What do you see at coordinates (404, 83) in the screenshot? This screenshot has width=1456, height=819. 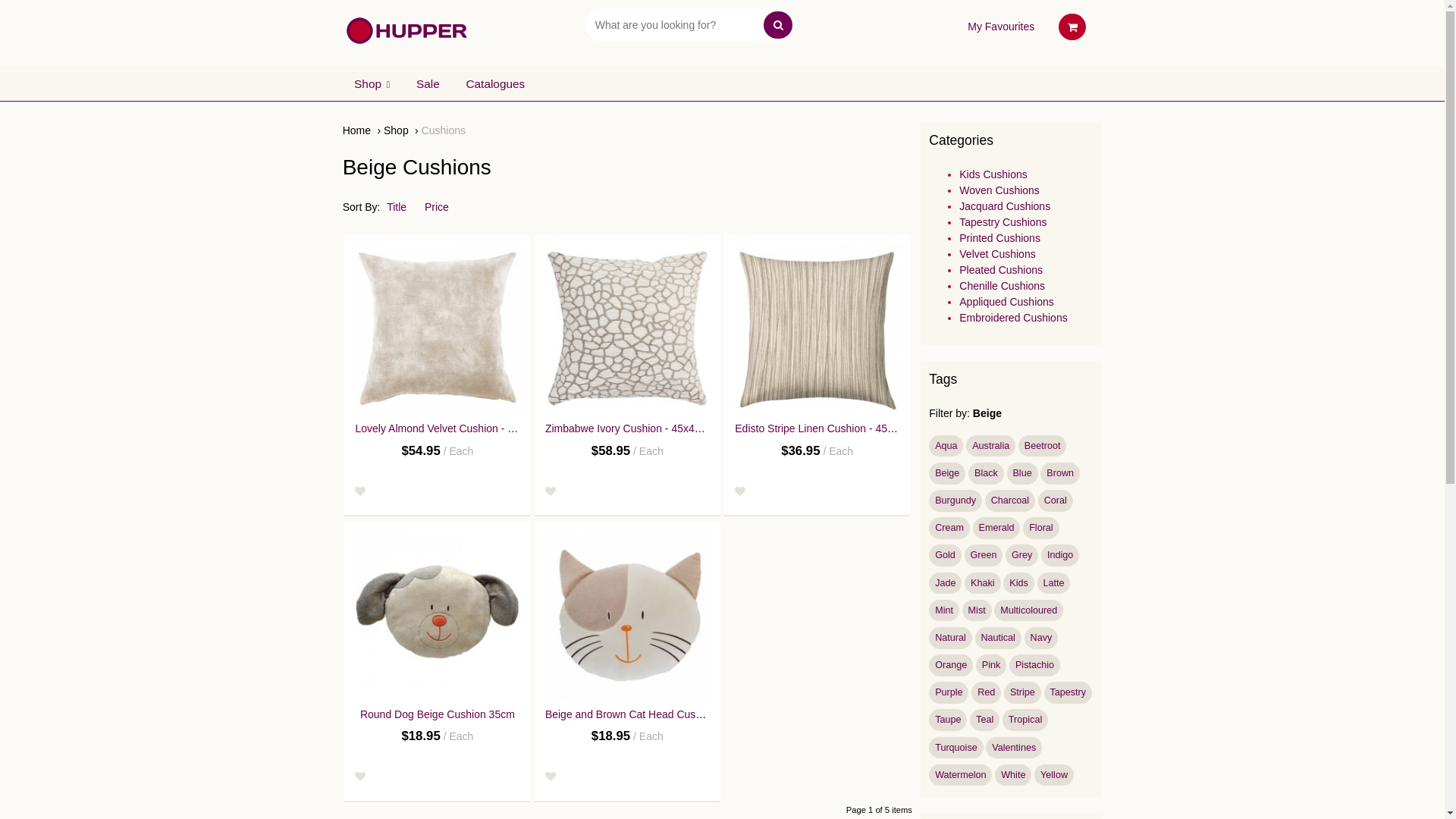 I see `'Sale'` at bounding box center [404, 83].